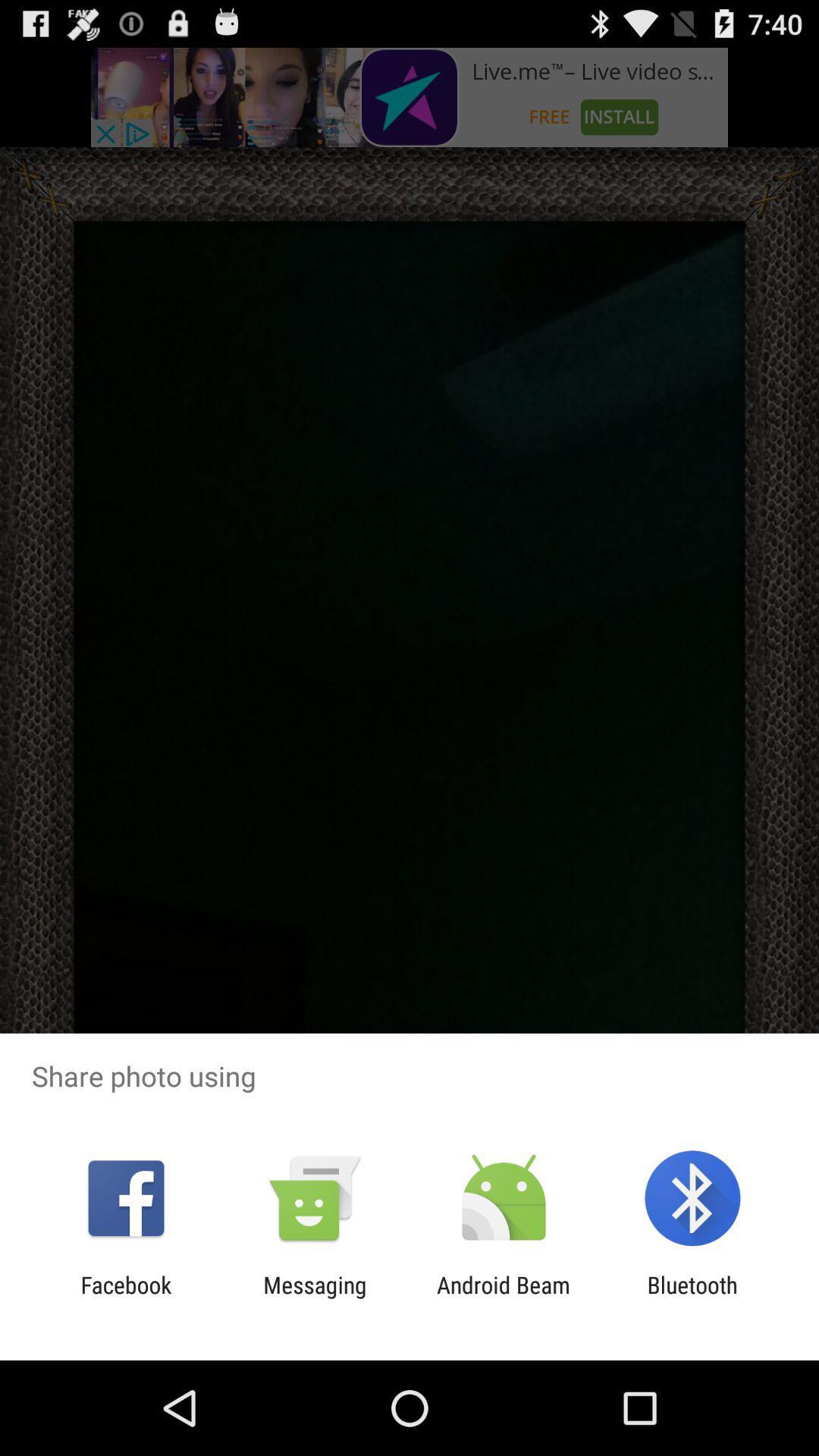 The height and width of the screenshot is (1456, 819). What do you see at coordinates (125, 1298) in the screenshot?
I see `the item to the left of messaging icon` at bounding box center [125, 1298].